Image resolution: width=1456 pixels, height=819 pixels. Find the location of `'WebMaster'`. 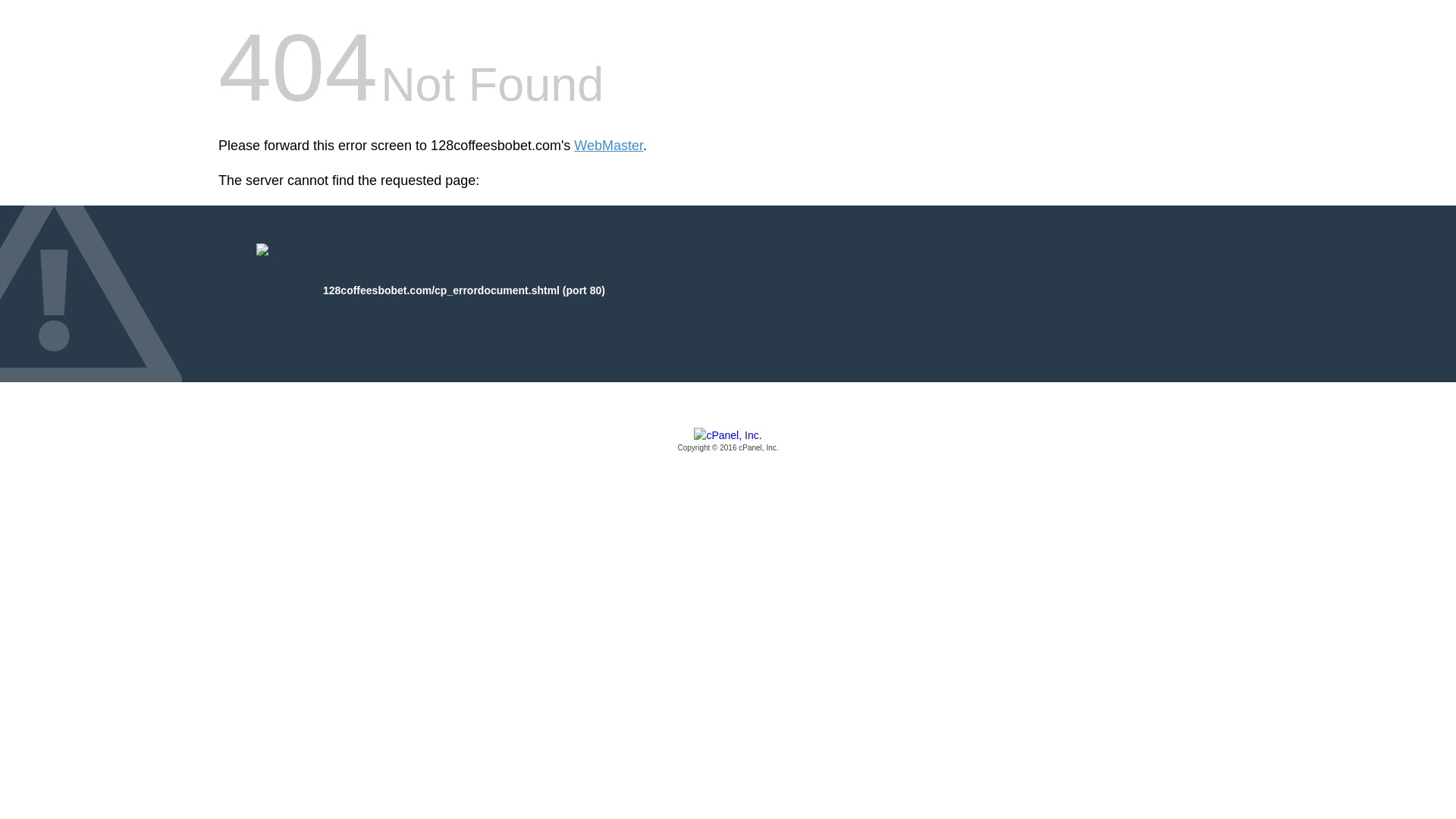

'WebMaster' is located at coordinates (608, 146).